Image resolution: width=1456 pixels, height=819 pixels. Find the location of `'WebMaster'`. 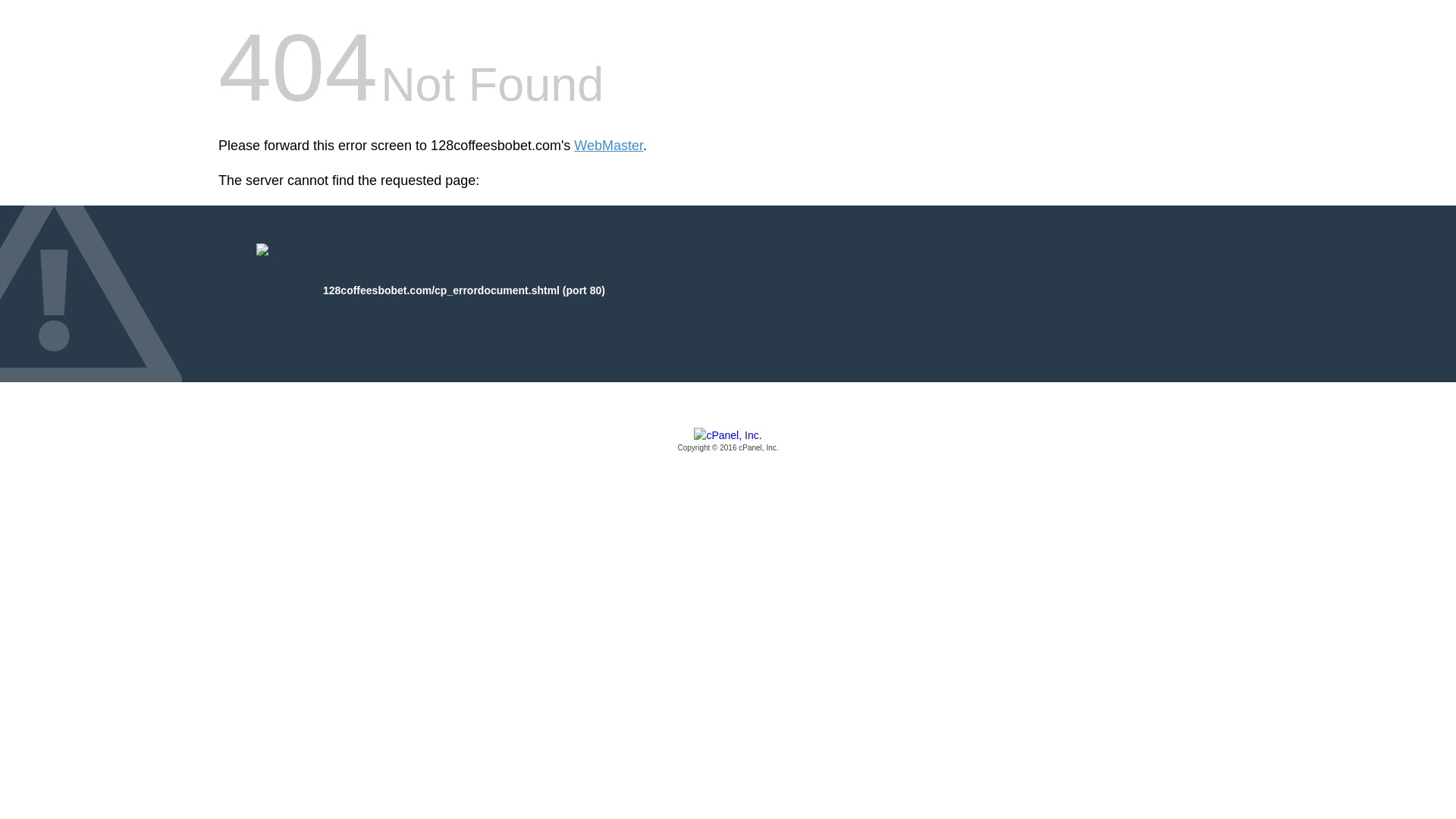

'WebMaster' is located at coordinates (608, 146).